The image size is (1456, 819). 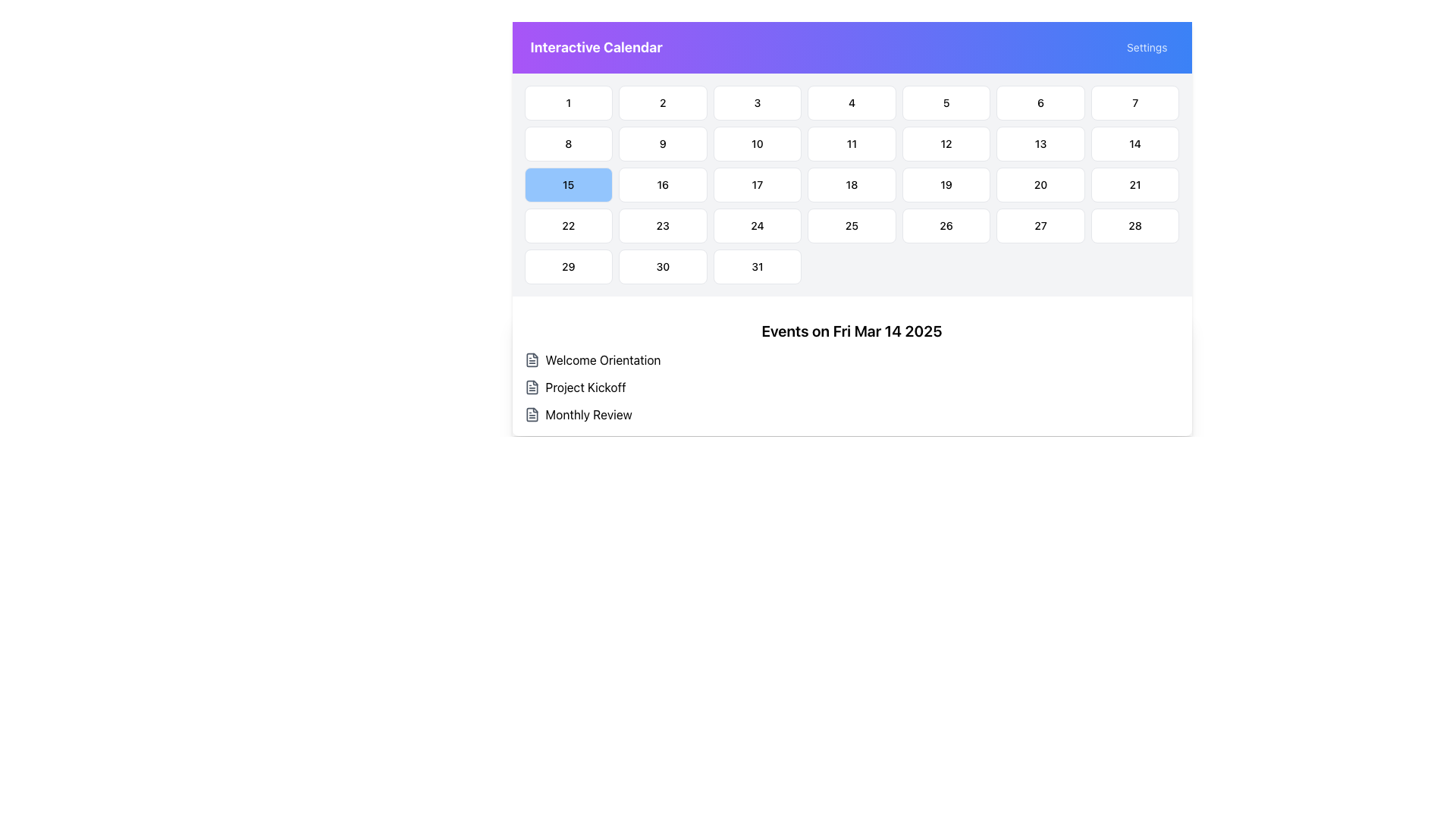 What do you see at coordinates (852, 184) in the screenshot?
I see `the button displaying '18' located in the third row and fourth column of the calendar grid` at bounding box center [852, 184].